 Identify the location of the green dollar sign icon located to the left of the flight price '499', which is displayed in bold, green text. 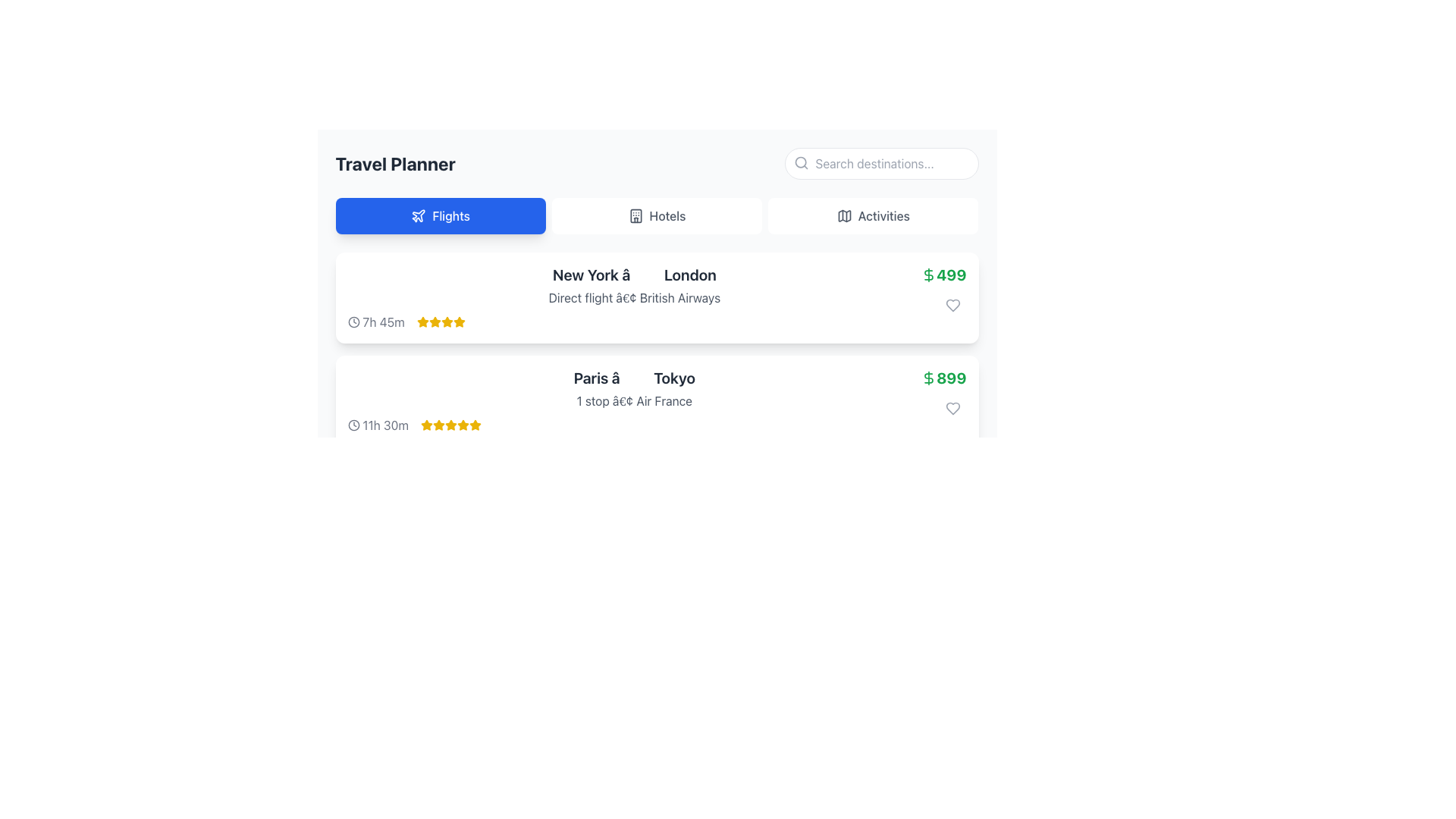
(928, 275).